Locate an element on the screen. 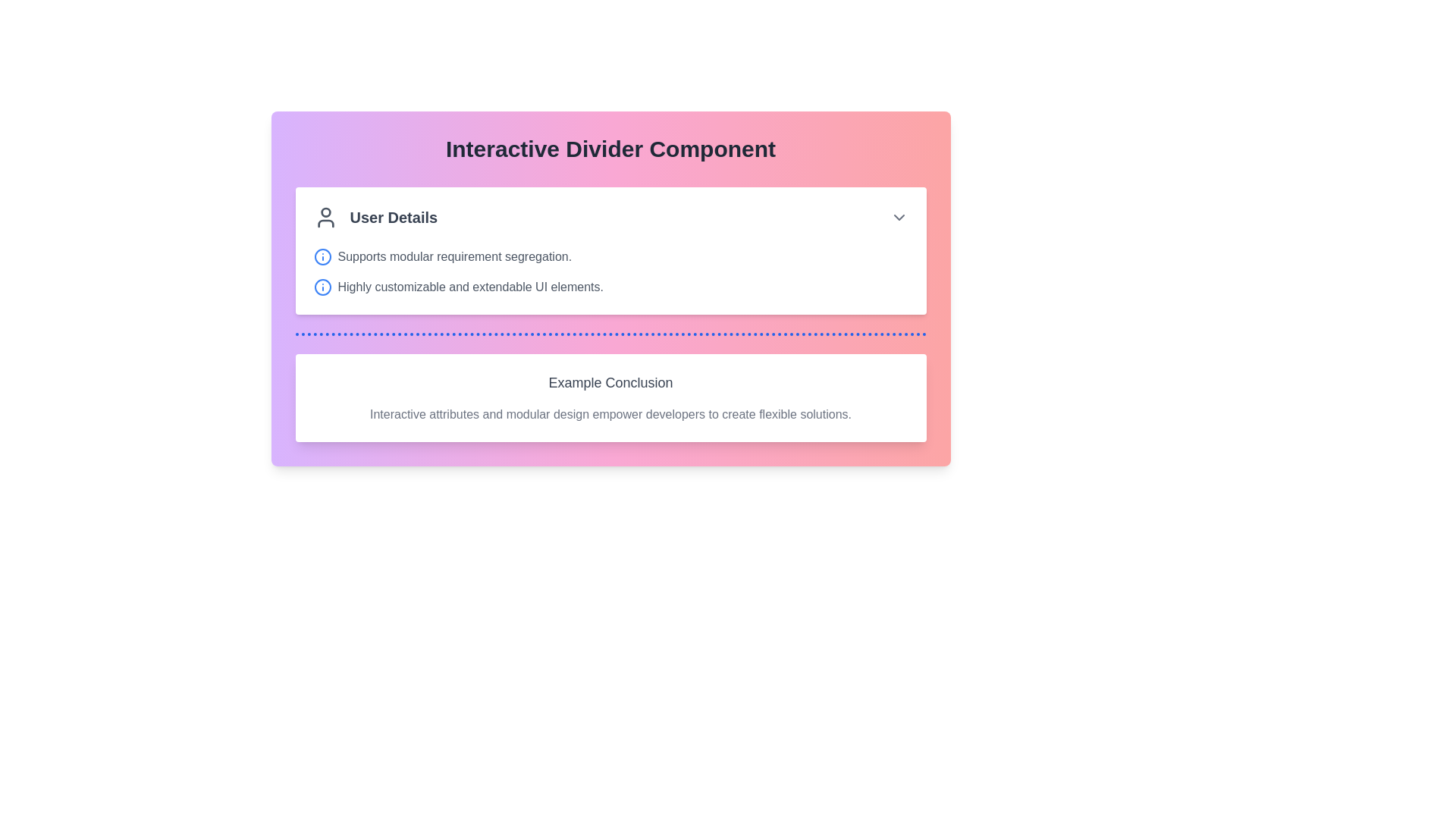 This screenshot has width=1456, height=819. the informational icon located to the left of the text 'Supports modular requirement segregation.' in the 'User Details' section is located at coordinates (322, 256).